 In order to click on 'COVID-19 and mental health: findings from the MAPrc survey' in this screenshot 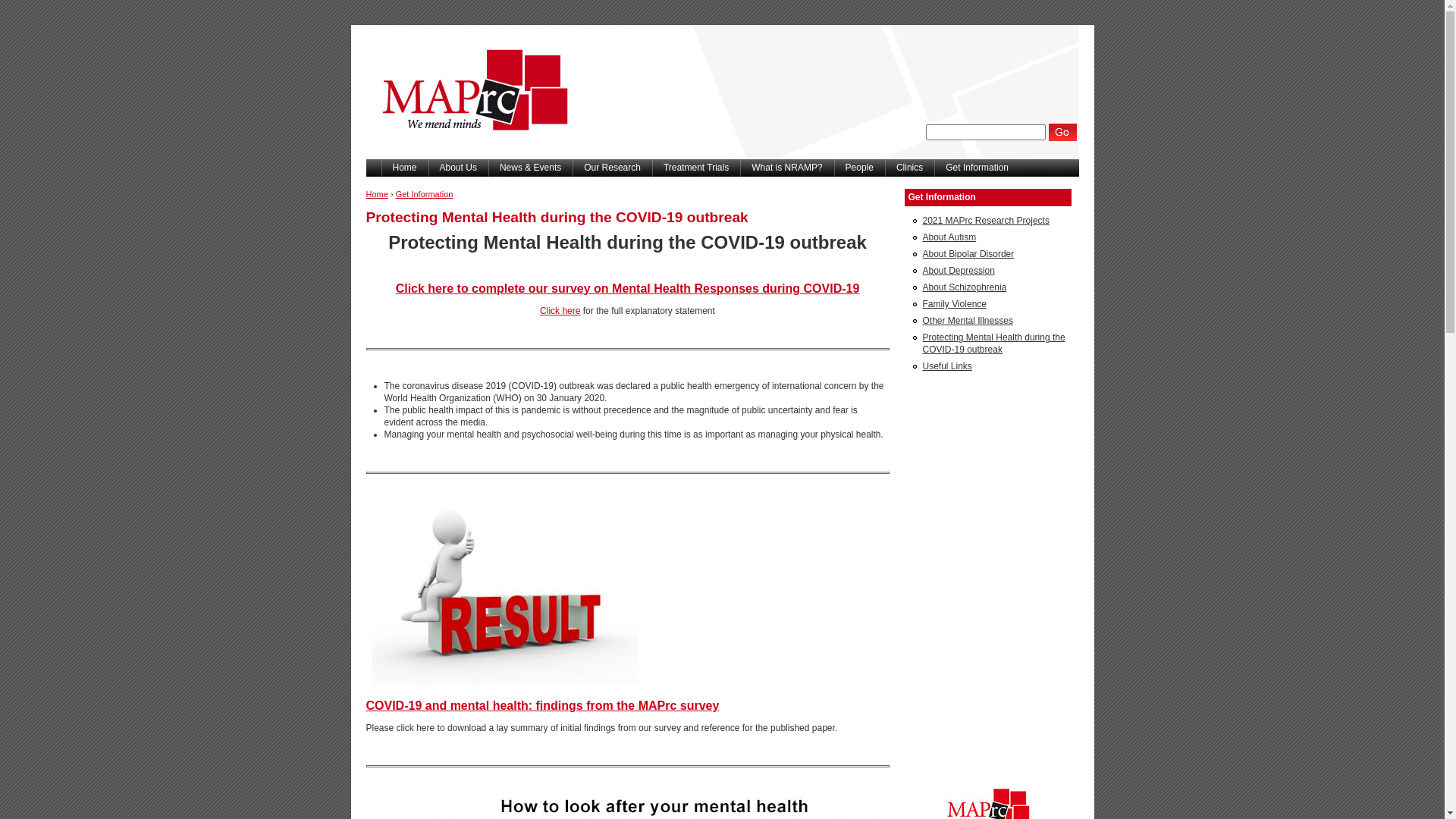, I will do `click(542, 705)`.